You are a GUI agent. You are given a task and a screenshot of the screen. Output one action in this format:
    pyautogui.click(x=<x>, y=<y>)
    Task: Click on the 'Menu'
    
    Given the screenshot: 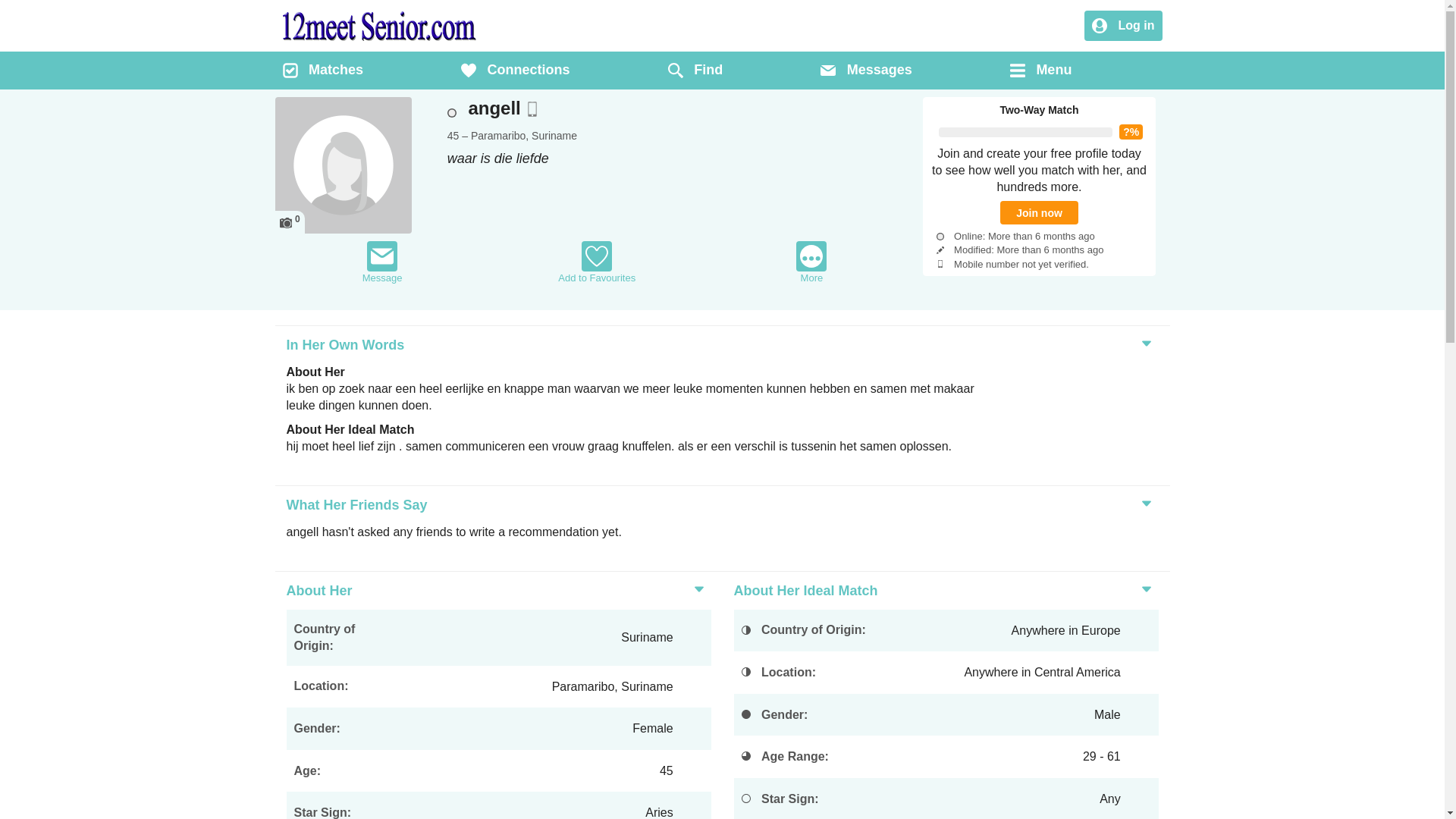 What is the action you would take?
    pyautogui.click(x=1009, y=70)
    